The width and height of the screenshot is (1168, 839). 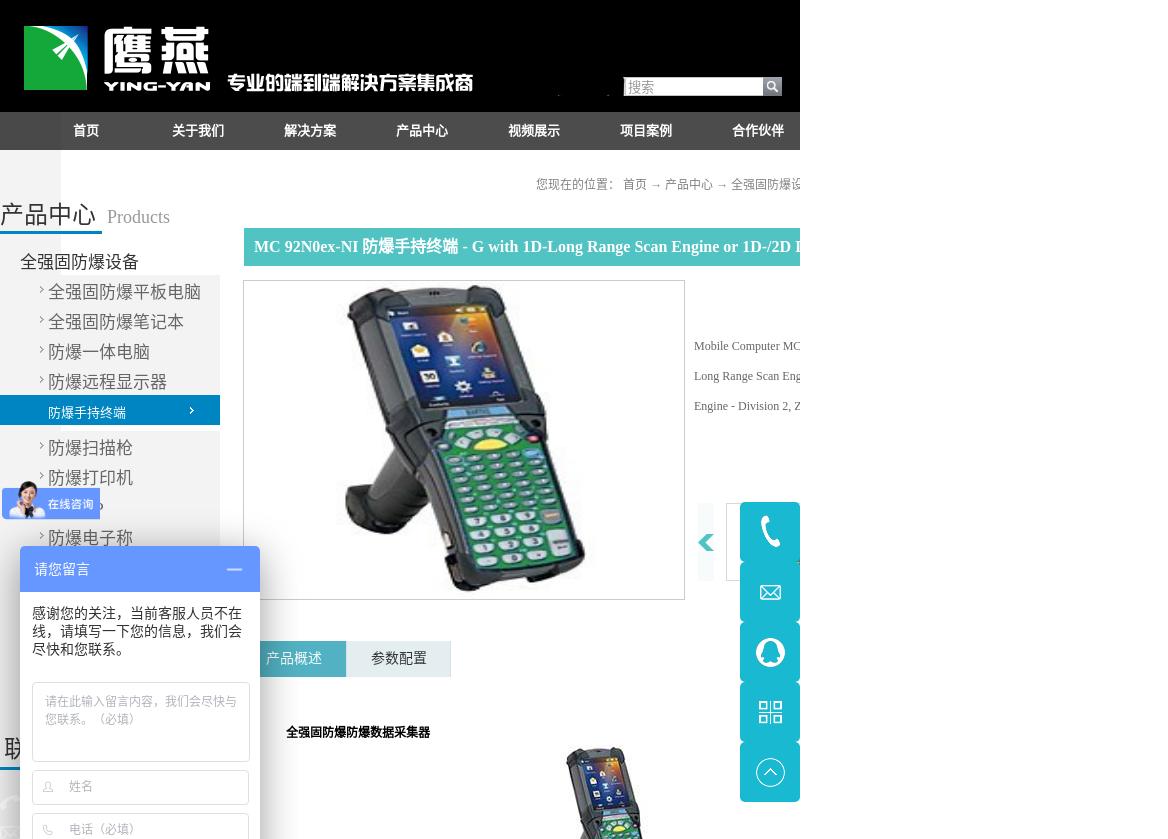 I want to click on 'Engine -', so click(x=693, y=405).